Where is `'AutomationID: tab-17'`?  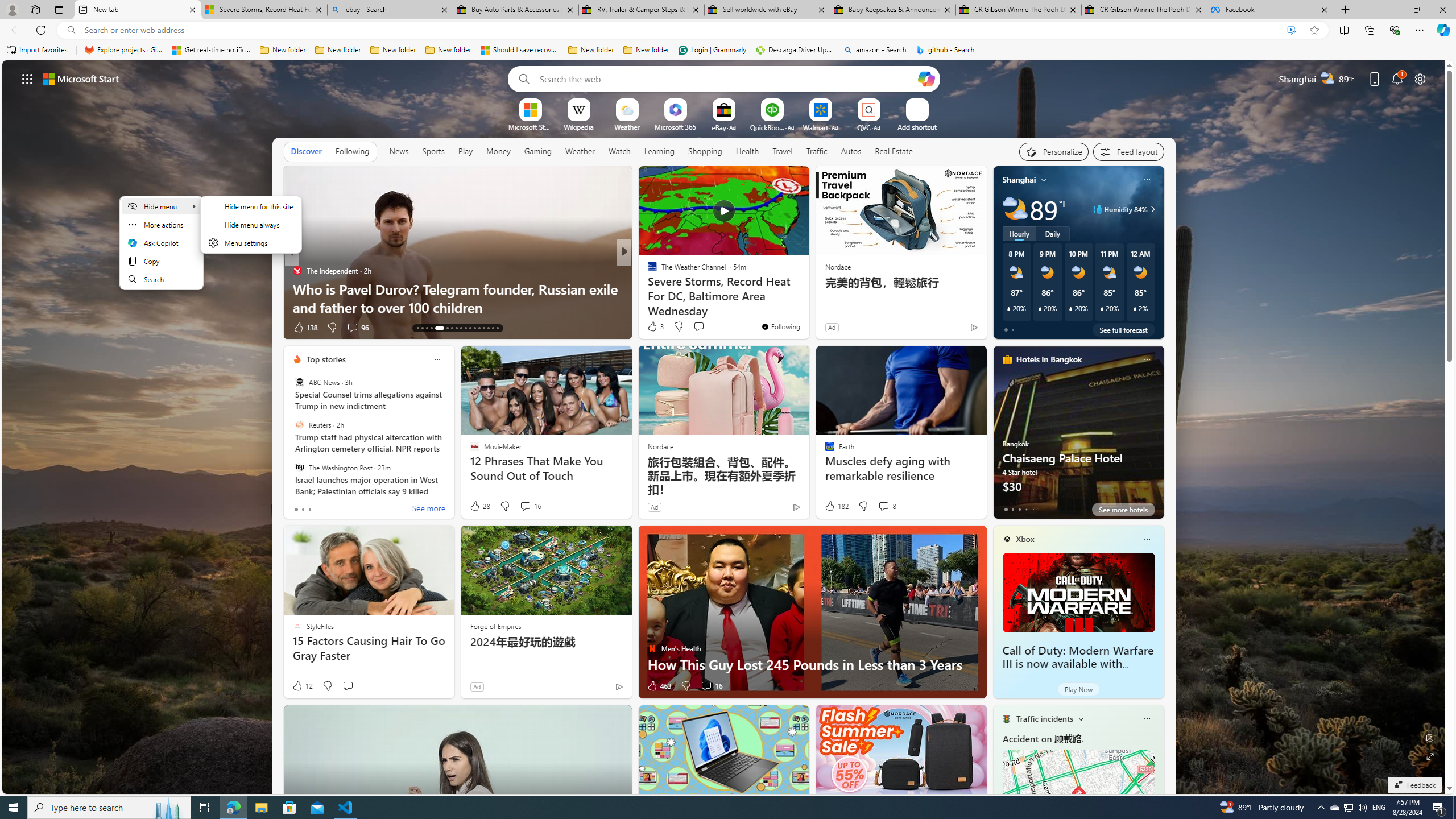 'AutomationID: tab-17' is located at coordinates (440, 328).